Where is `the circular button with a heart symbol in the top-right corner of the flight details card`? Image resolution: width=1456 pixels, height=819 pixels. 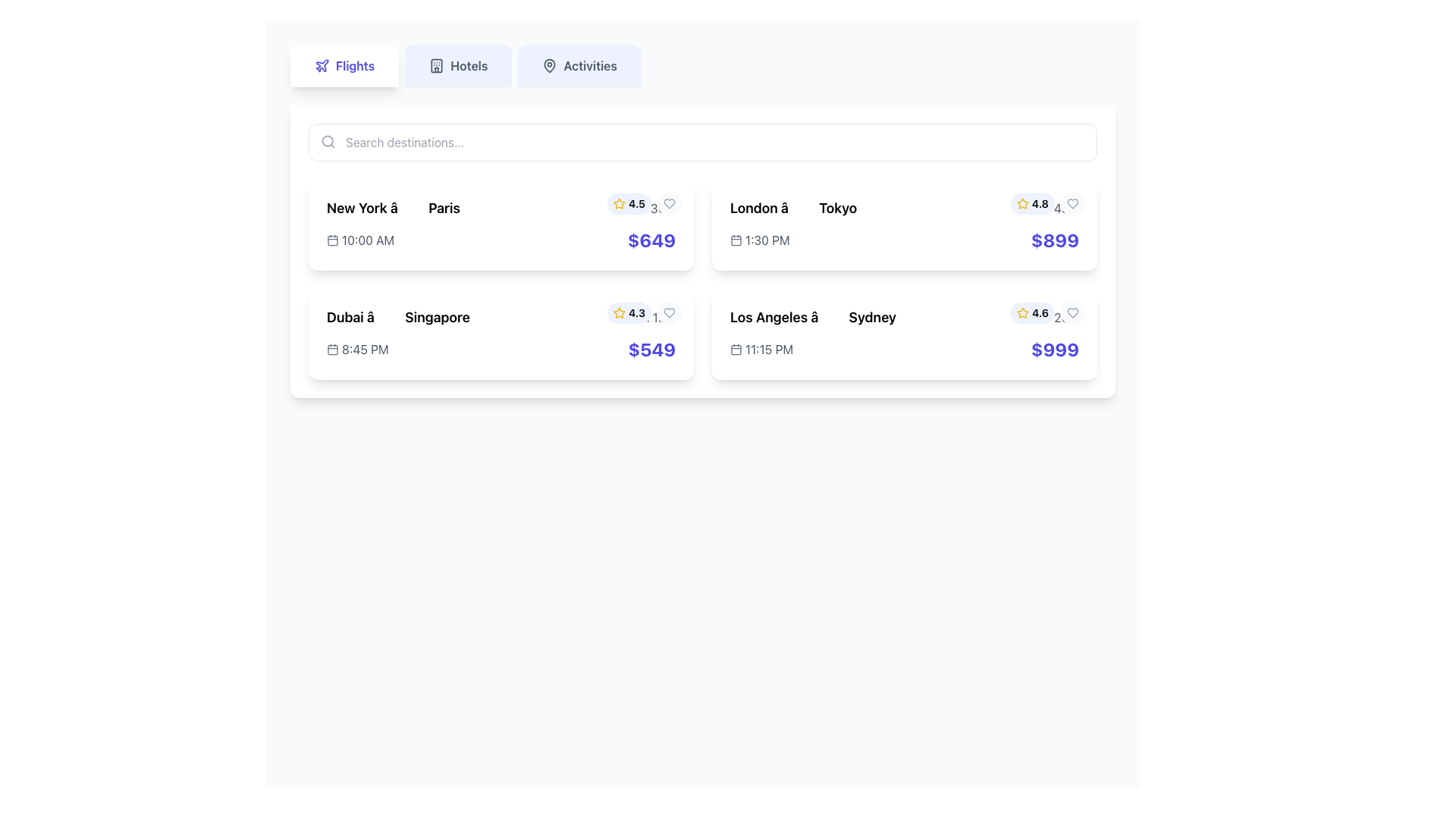 the circular button with a heart symbol in the top-right corner of the flight details card is located at coordinates (669, 203).